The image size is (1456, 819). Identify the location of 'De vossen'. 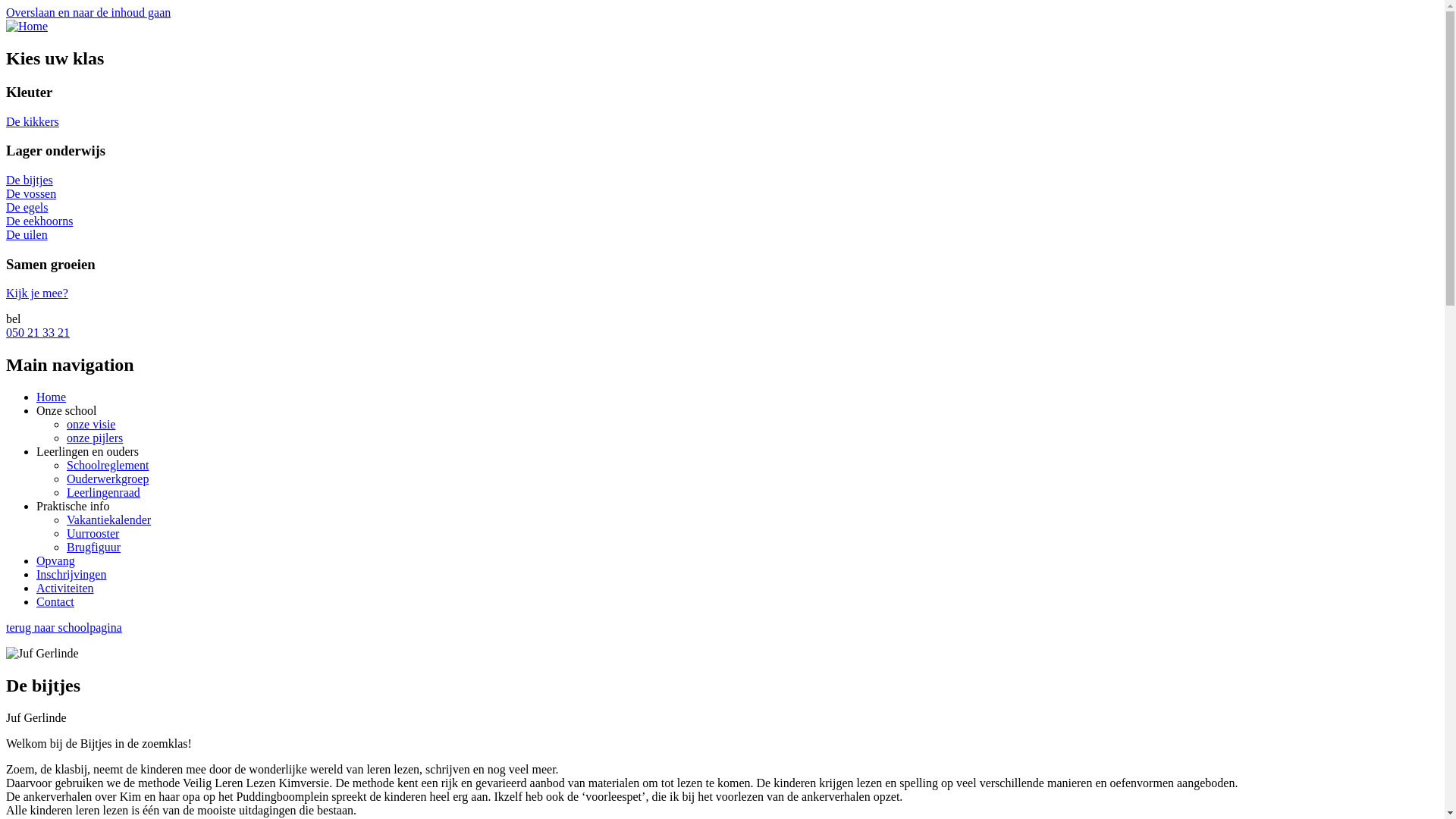
(31, 193).